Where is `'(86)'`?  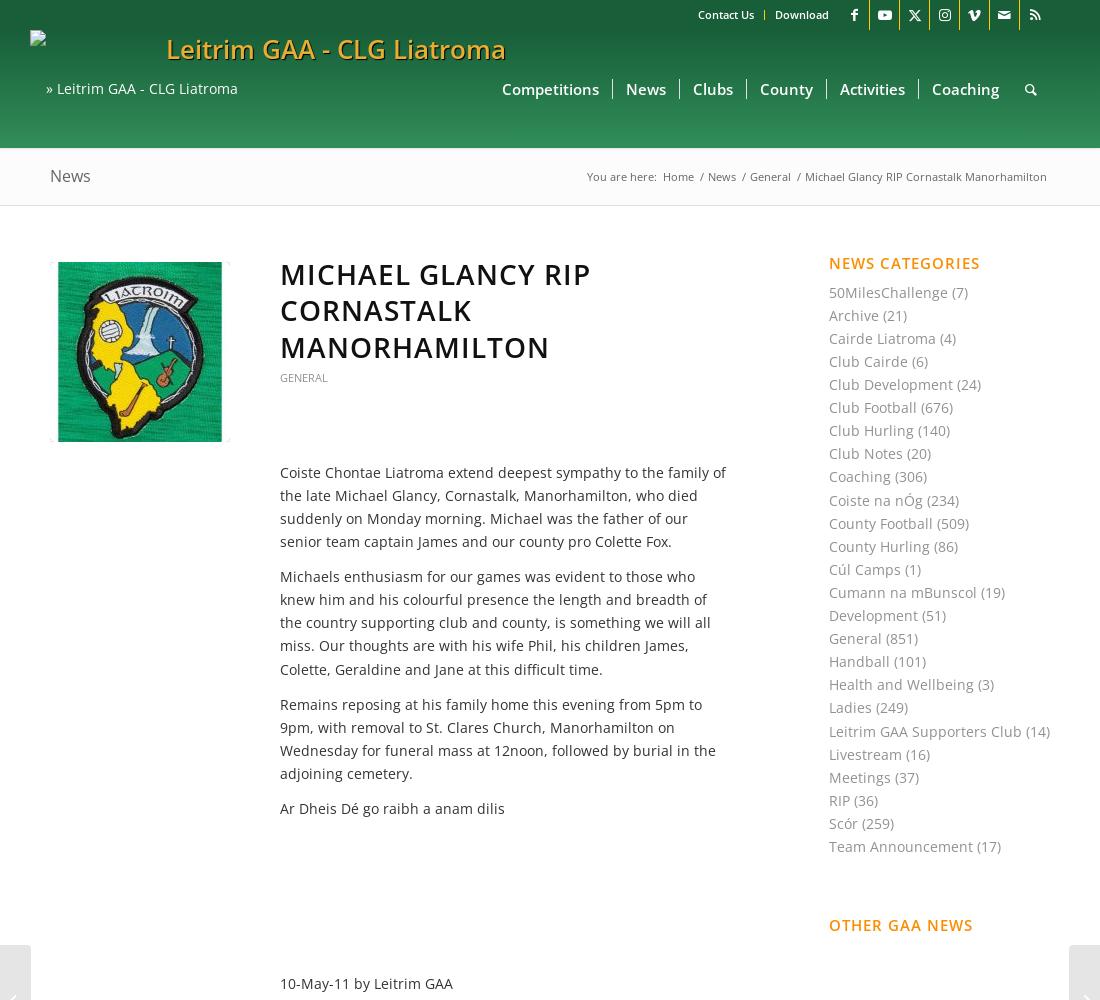
'(86)' is located at coordinates (930, 545).